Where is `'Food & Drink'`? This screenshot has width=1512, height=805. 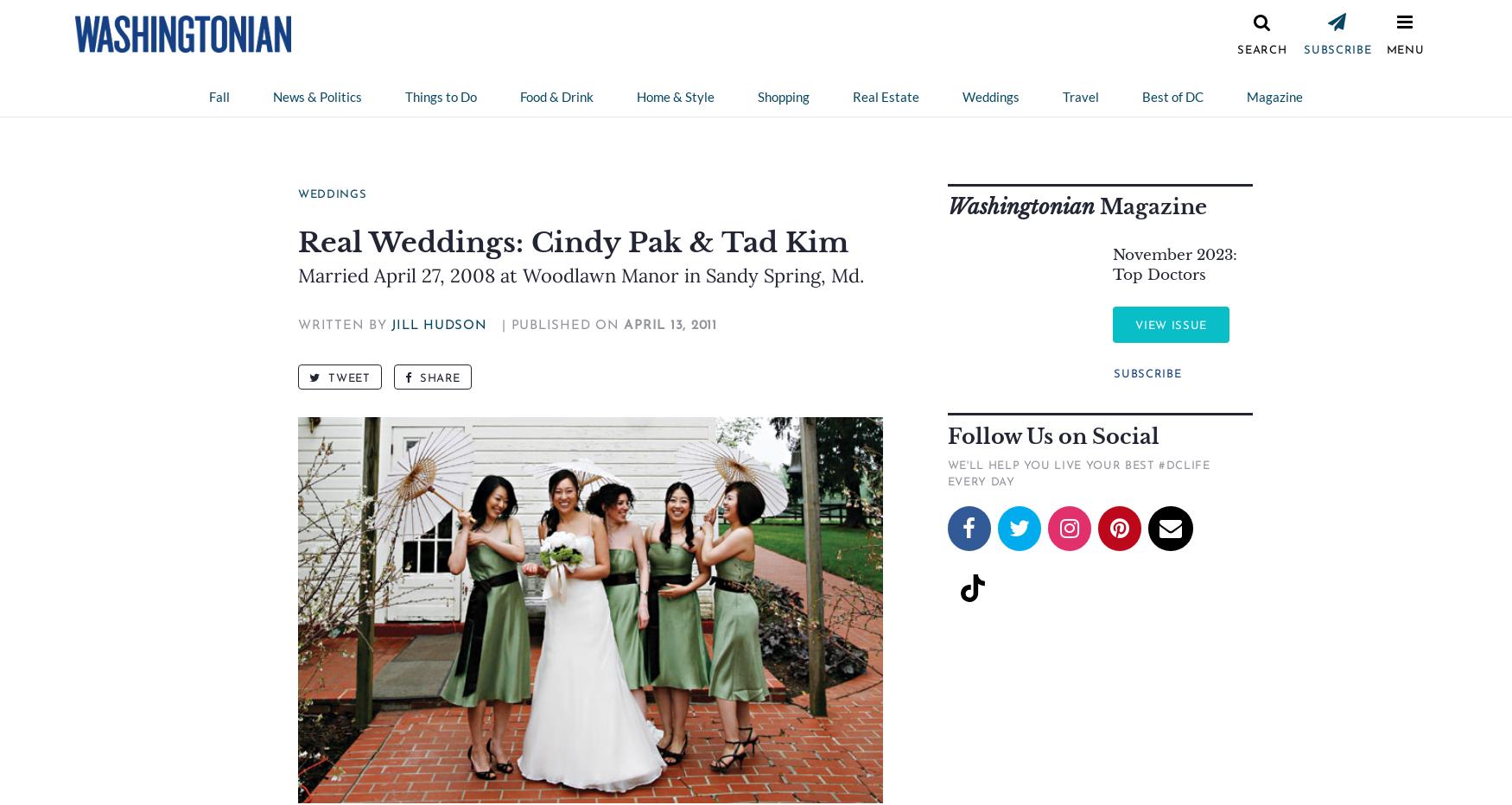 'Food & Drink' is located at coordinates (520, 97).